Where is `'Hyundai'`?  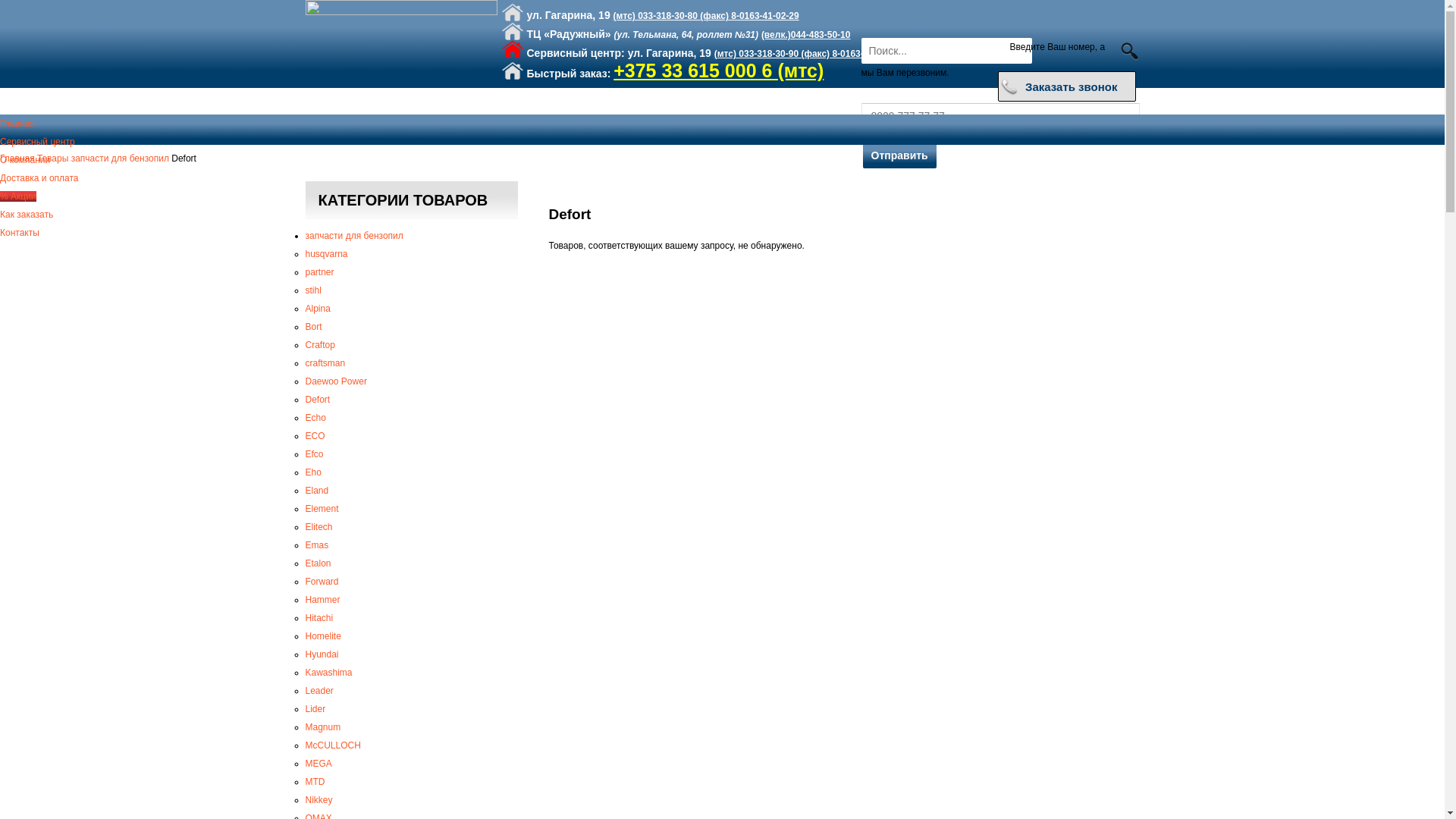 'Hyundai' is located at coordinates (320, 654).